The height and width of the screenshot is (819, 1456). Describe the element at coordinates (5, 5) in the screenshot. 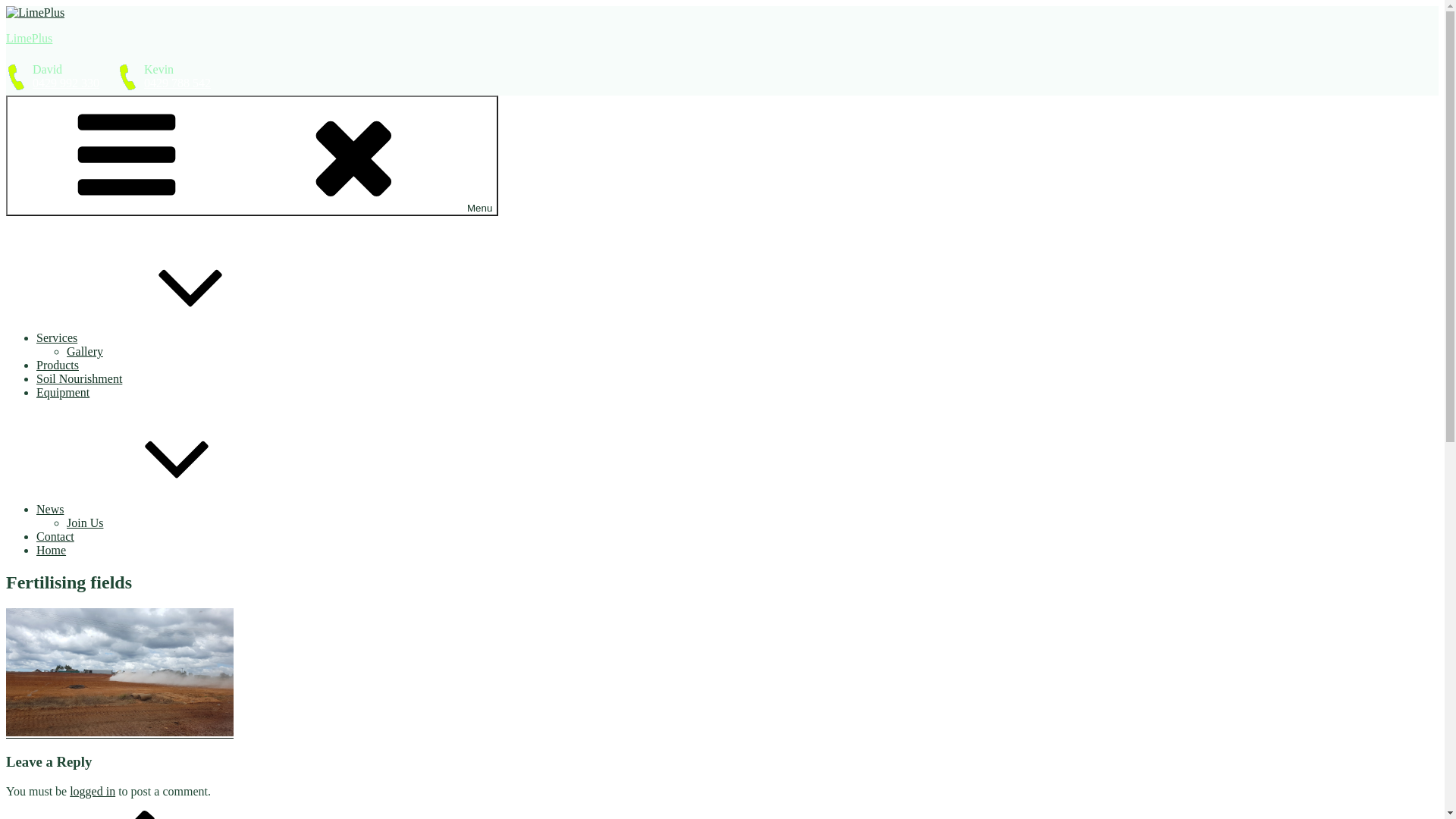

I see `'Skip to content'` at that location.